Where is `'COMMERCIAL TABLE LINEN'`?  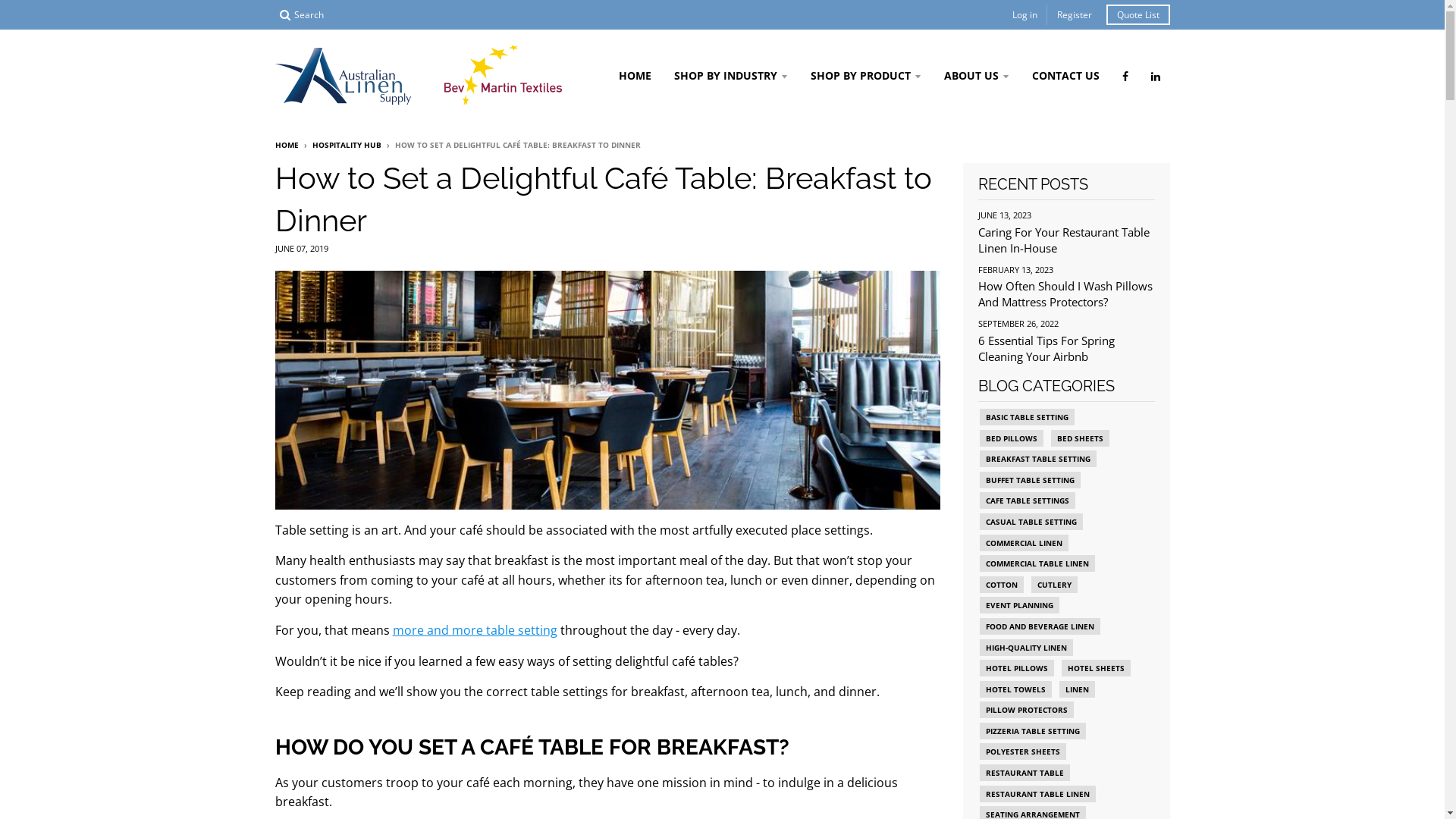 'COMMERCIAL TABLE LINEN' is located at coordinates (1037, 563).